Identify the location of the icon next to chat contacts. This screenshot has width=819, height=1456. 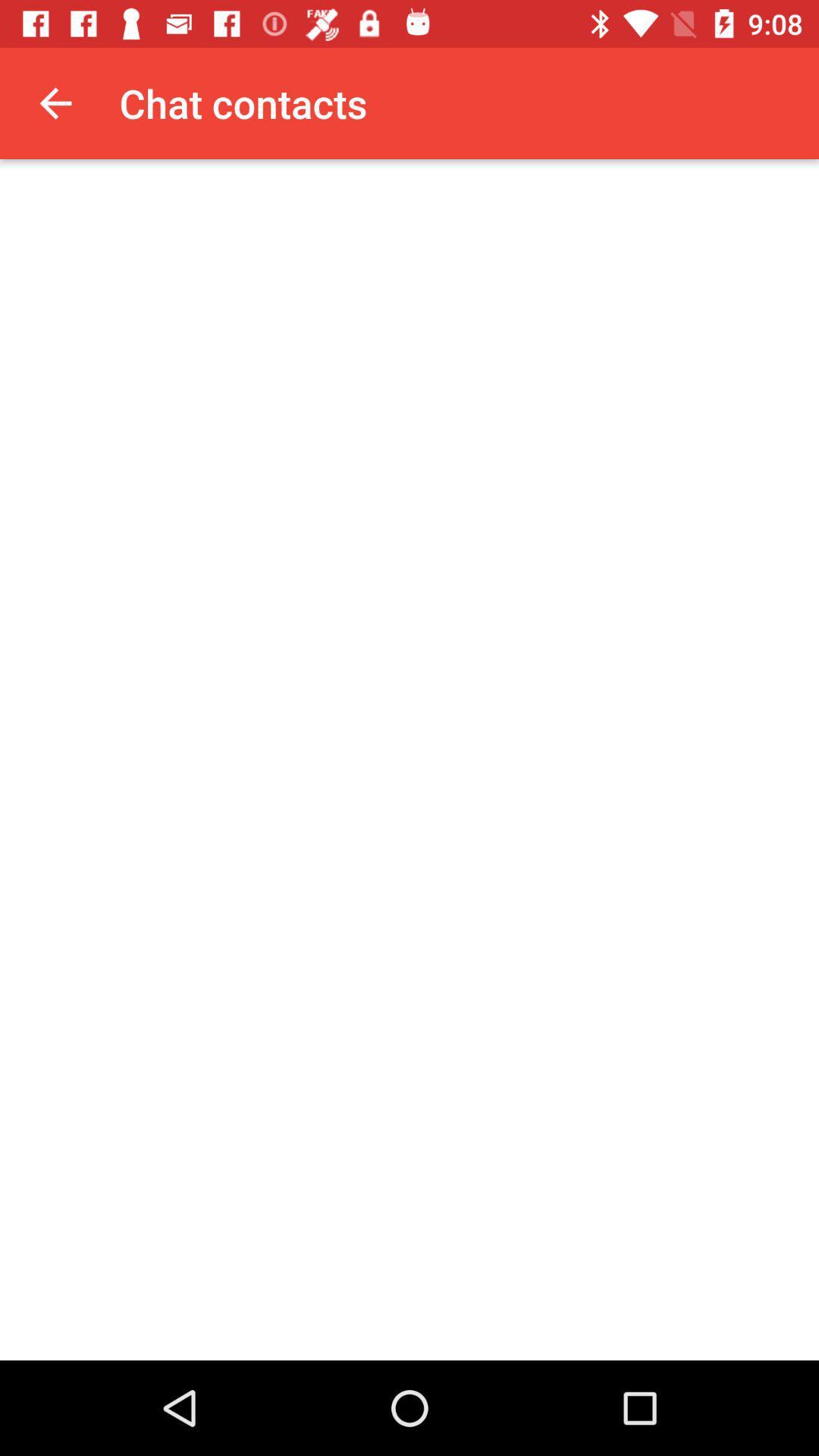
(55, 102).